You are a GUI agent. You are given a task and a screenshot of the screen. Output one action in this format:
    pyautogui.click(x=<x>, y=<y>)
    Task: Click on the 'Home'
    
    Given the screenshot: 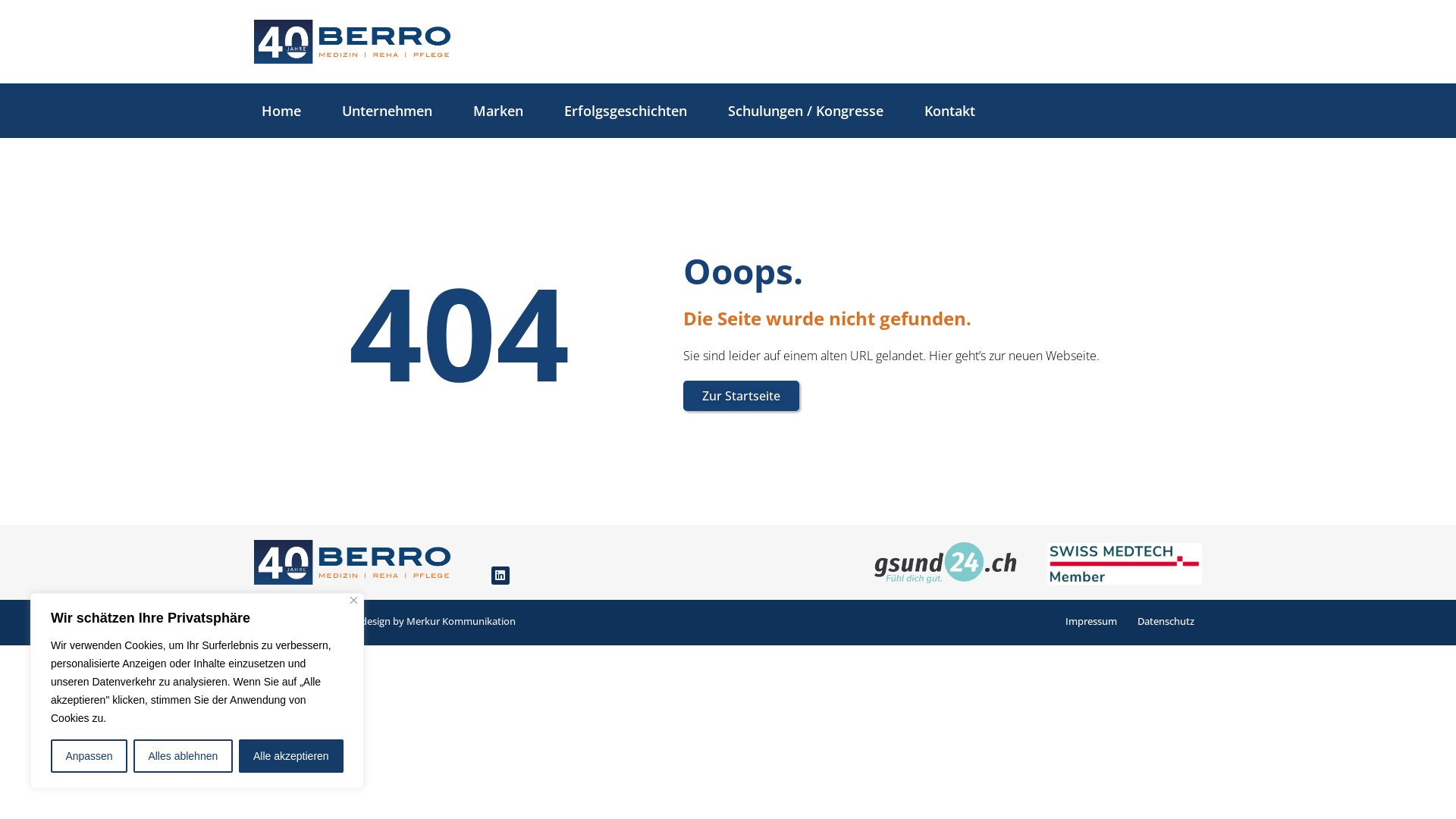 What is the action you would take?
    pyautogui.click(x=281, y=110)
    